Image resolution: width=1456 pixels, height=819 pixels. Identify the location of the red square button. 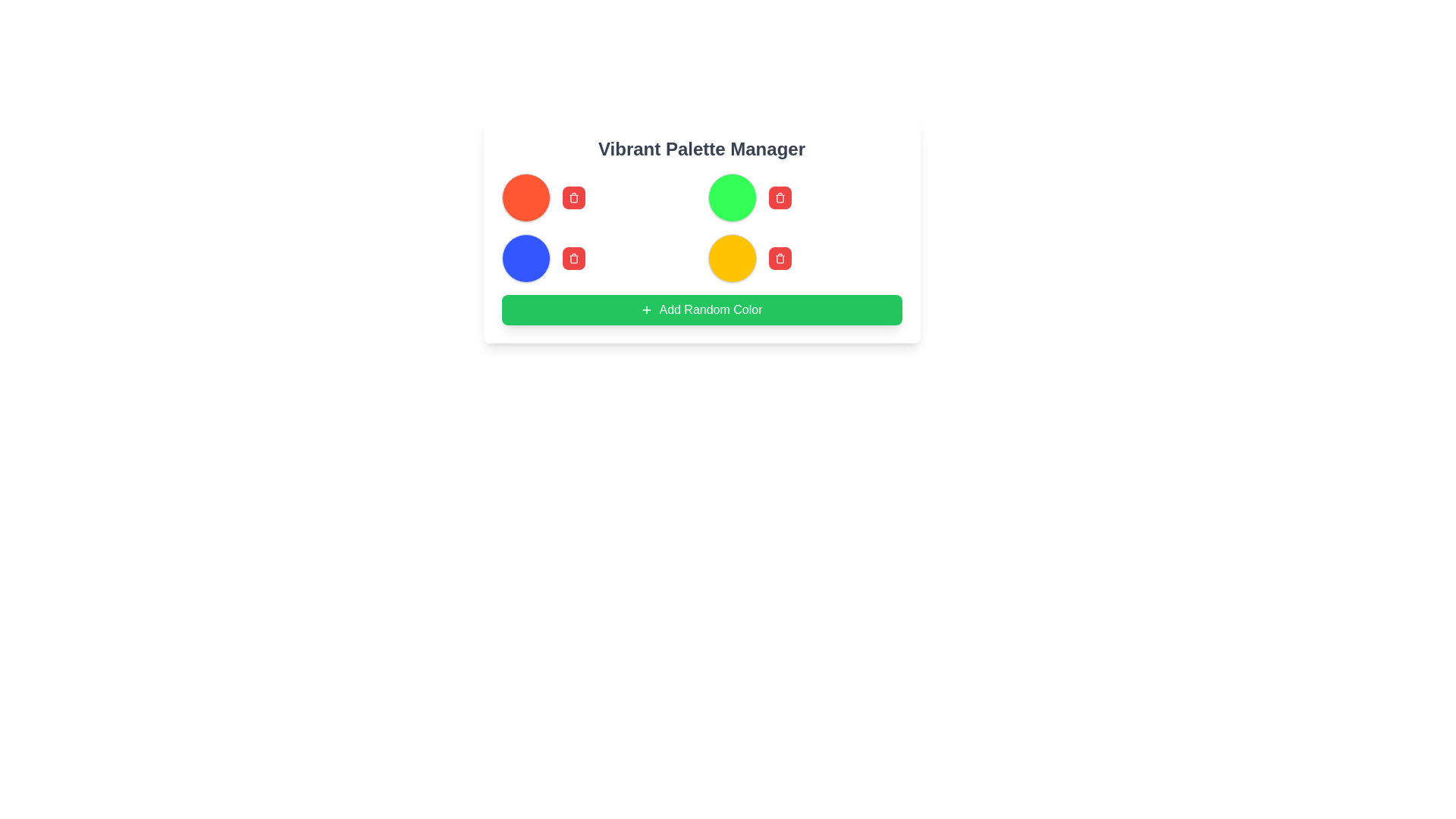
(804, 257).